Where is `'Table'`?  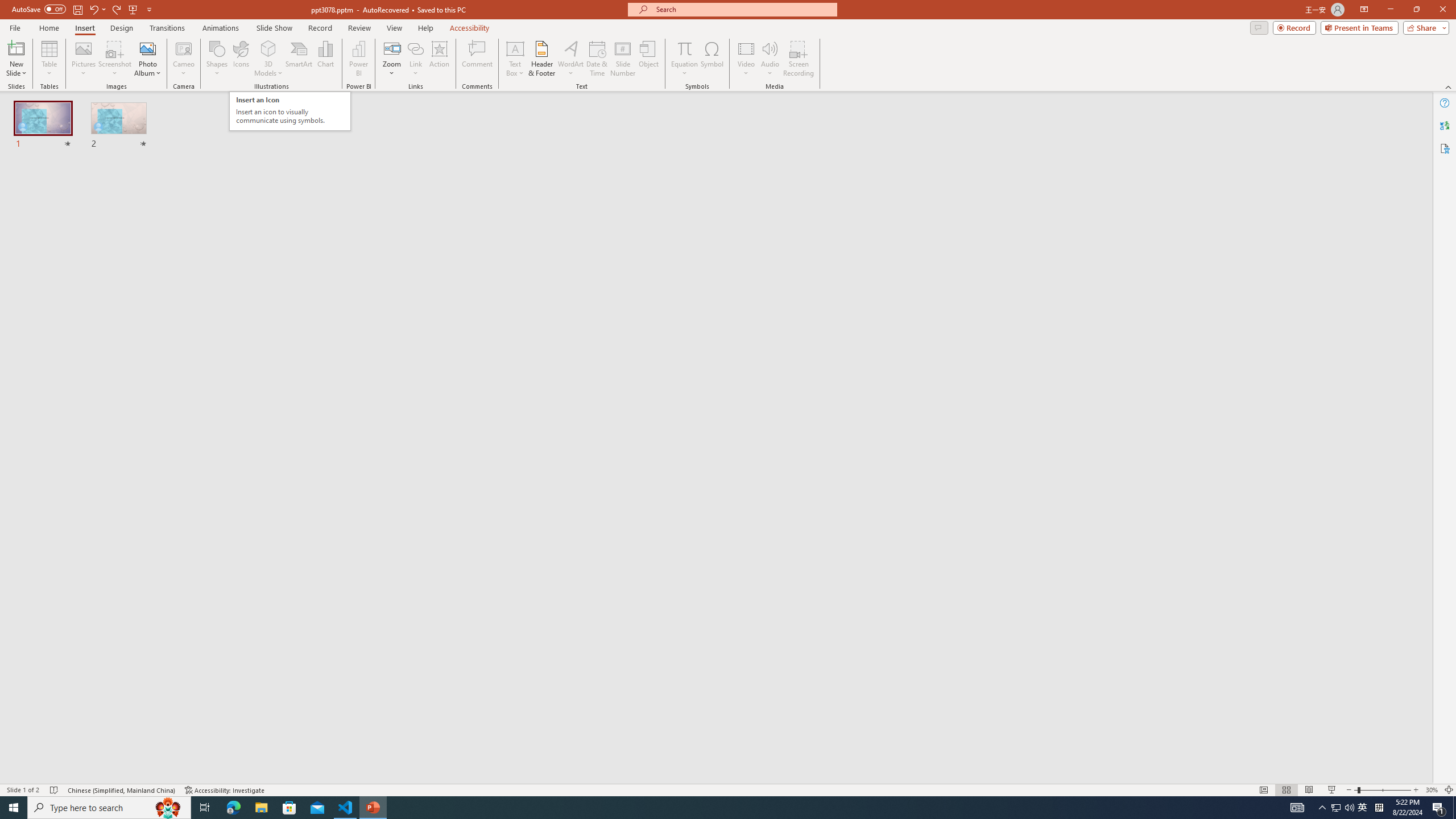 'Table' is located at coordinates (49, 59).